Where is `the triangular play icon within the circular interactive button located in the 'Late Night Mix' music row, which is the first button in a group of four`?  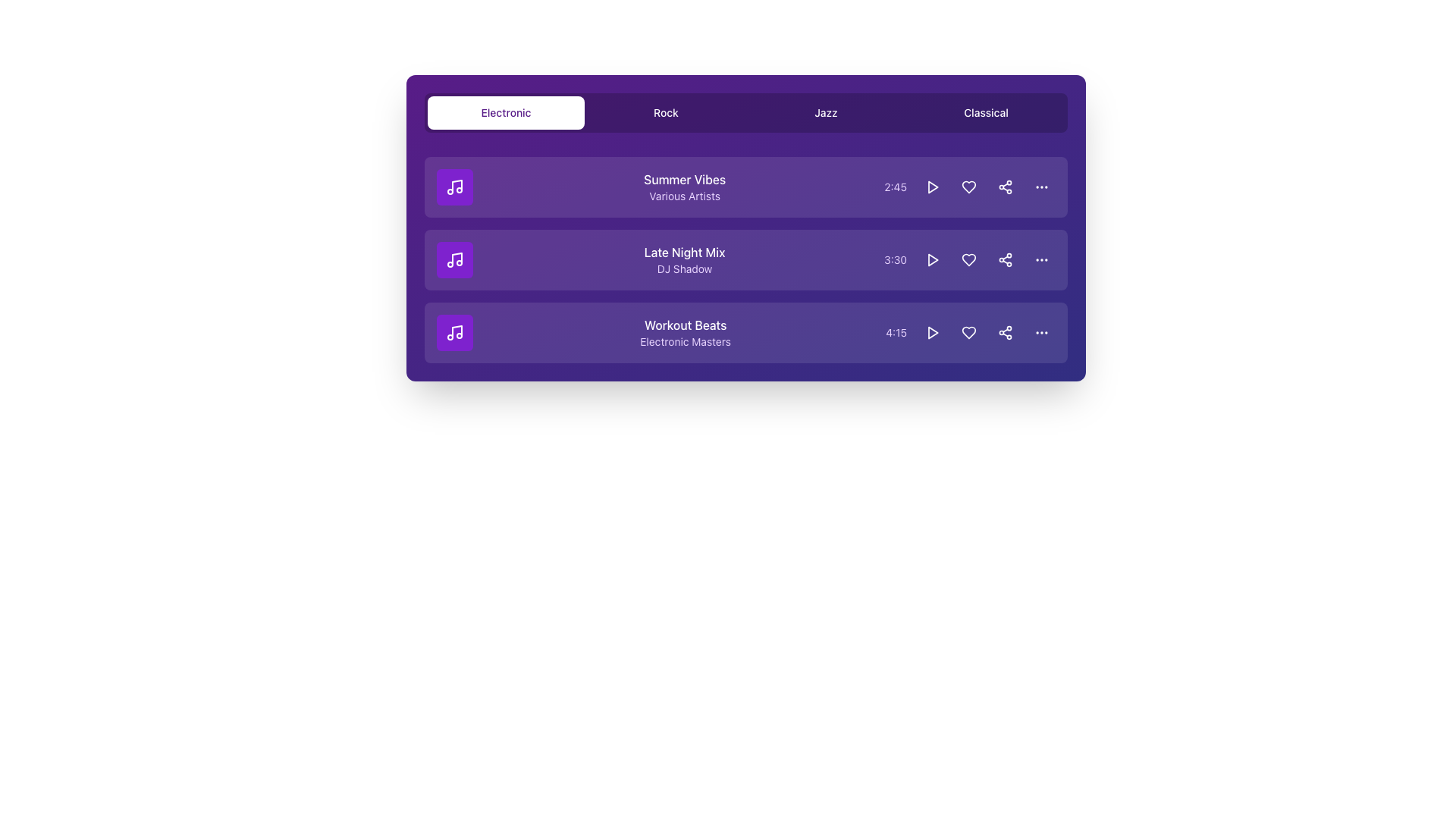 the triangular play icon within the circular interactive button located in the 'Late Night Mix' music row, which is the first button in a group of four is located at coordinates (931, 259).